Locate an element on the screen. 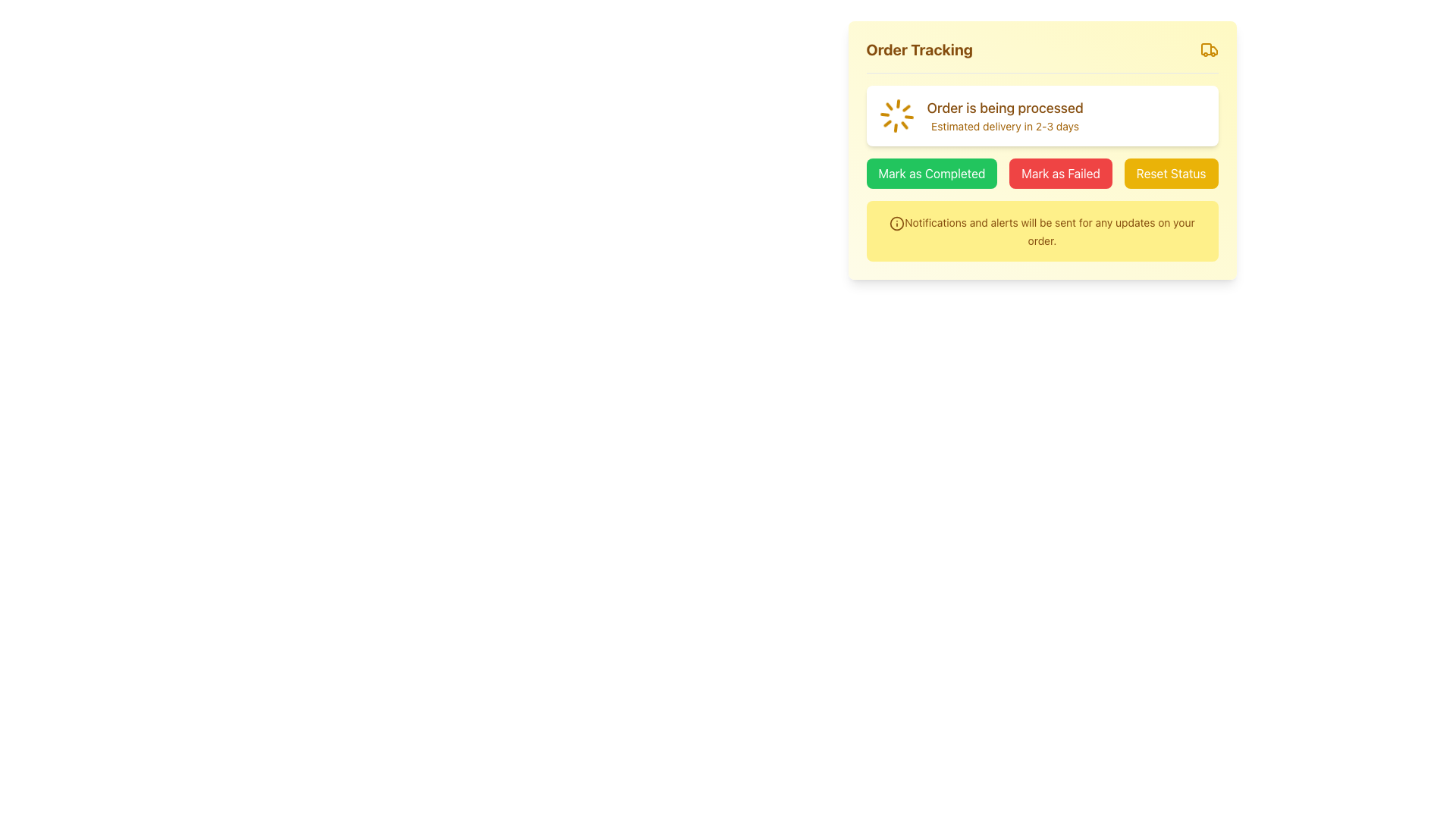 Image resolution: width=1456 pixels, height=819 pixels. the text label that reads 'Notifications and alerts will be sent for any updates on your order.' within the light yellow notification box located at the bottom of the 'Order Tracking' panel is located at coordinates (1049, 231).